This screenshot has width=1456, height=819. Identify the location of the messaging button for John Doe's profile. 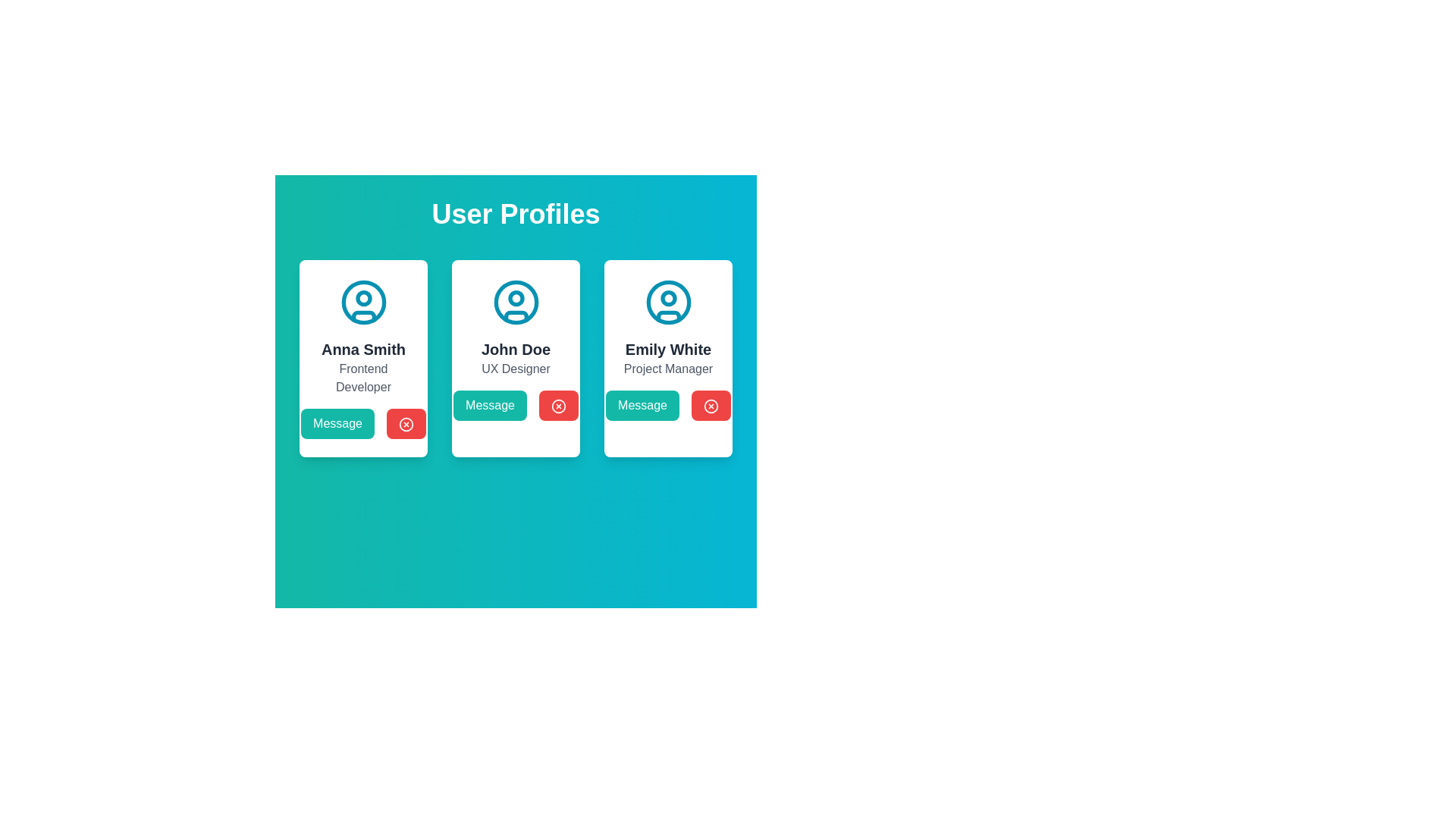
(490, 405).